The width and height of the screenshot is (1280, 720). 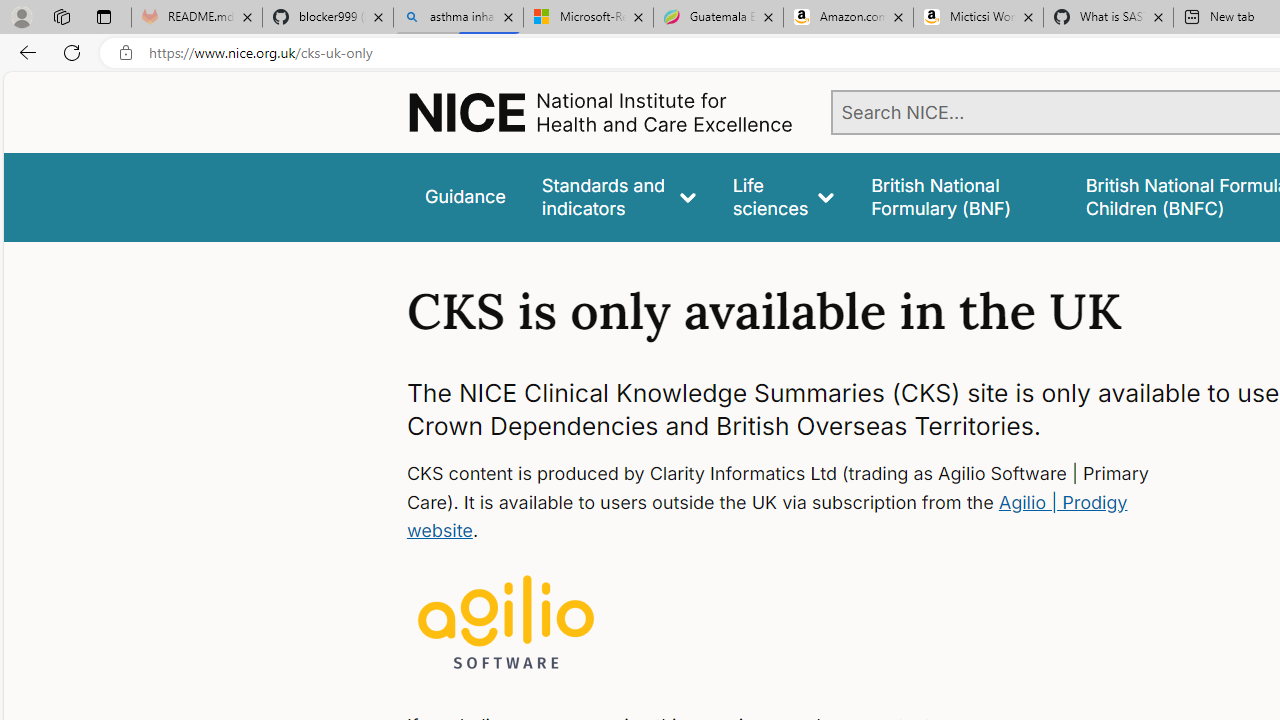 What do you see at coordinates (960, 197) in the screenshot?
I see `'false'` at bounding box center [960, 197].